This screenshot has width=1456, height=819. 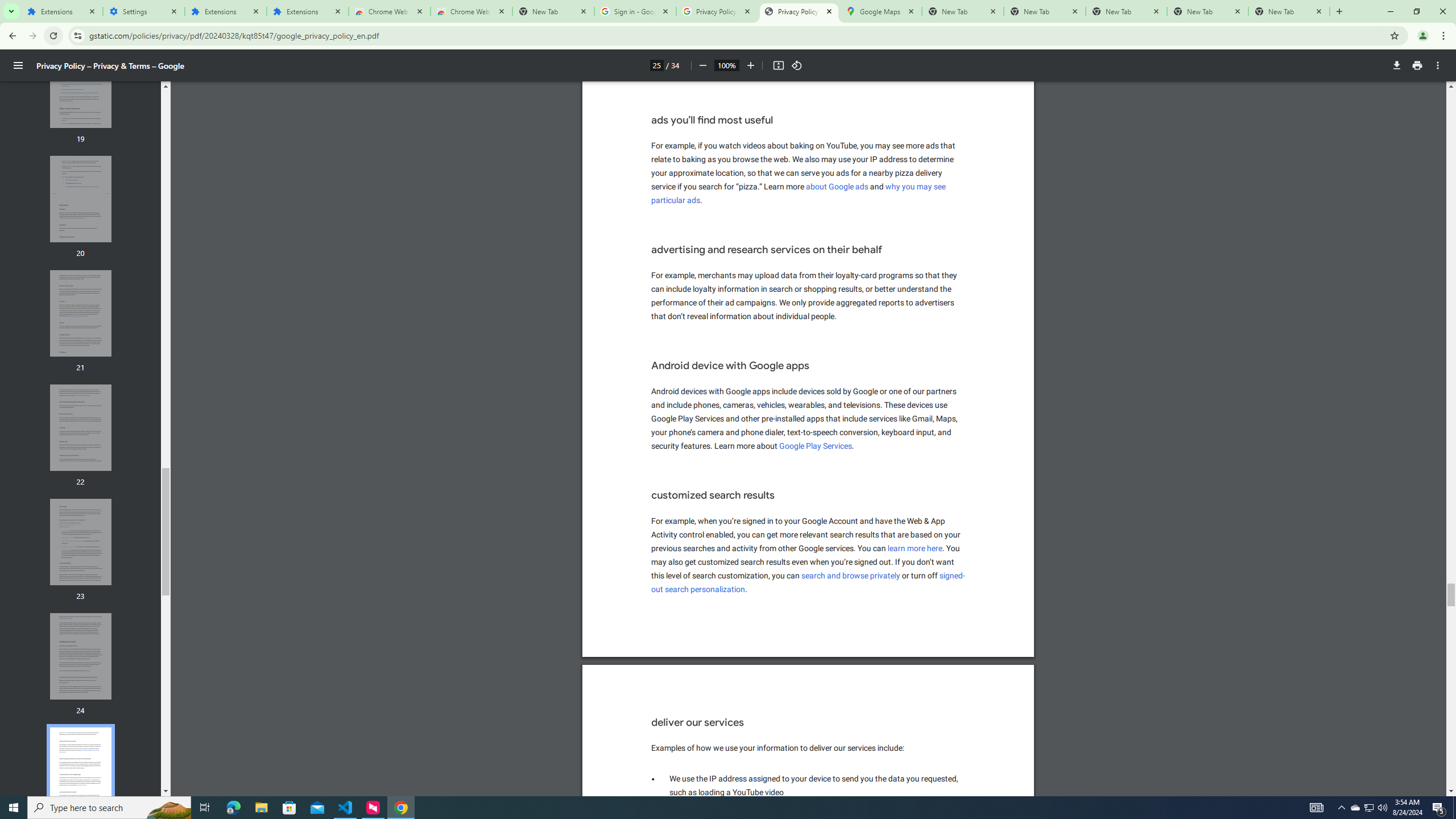 What do you see at coordinates (81, 427) in the screenshot?
I see `'Thumbnail for page 22'` at bounding box center [81, 427].